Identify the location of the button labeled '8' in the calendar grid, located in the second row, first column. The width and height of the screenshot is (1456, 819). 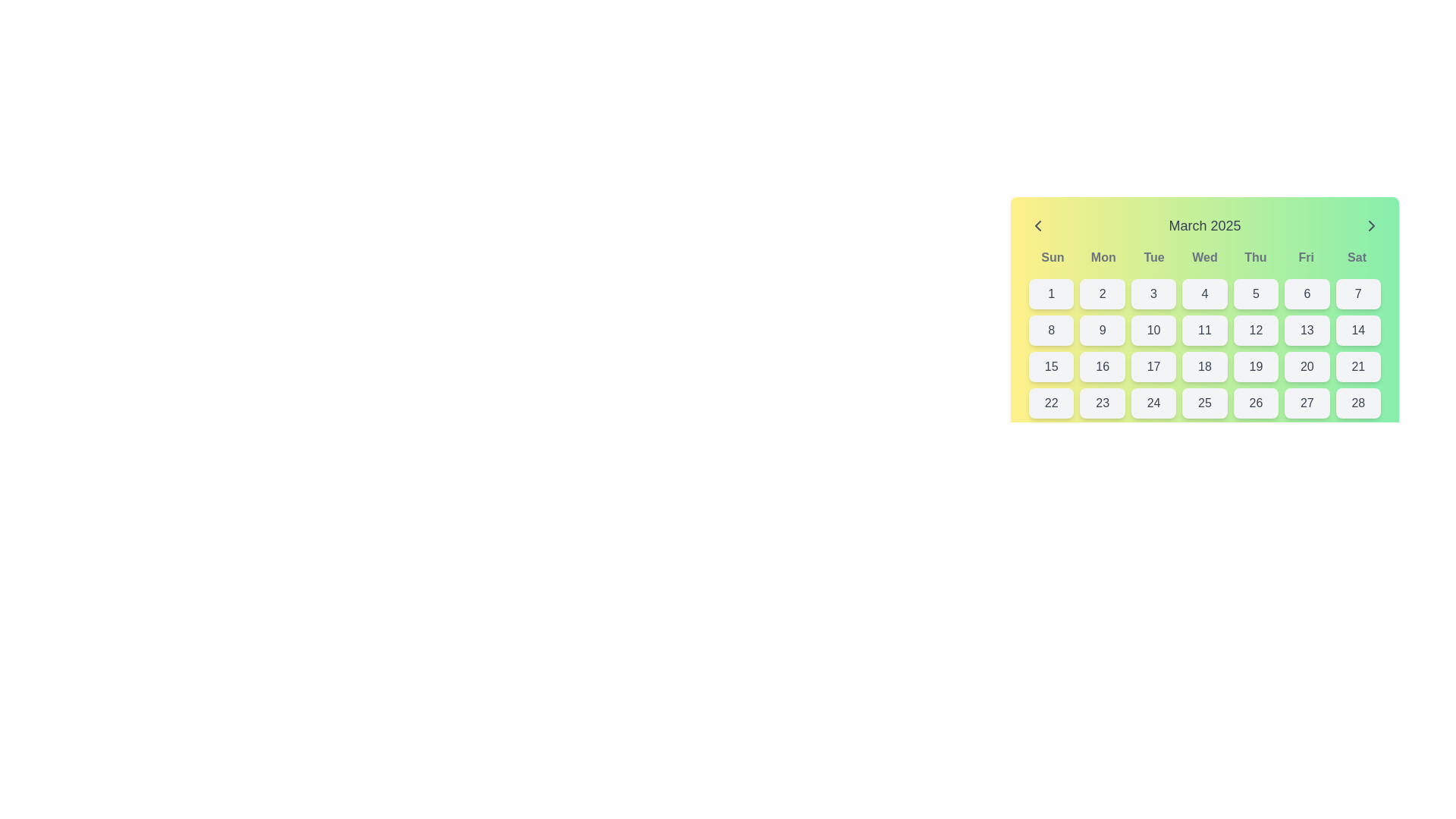
(1050, 329).